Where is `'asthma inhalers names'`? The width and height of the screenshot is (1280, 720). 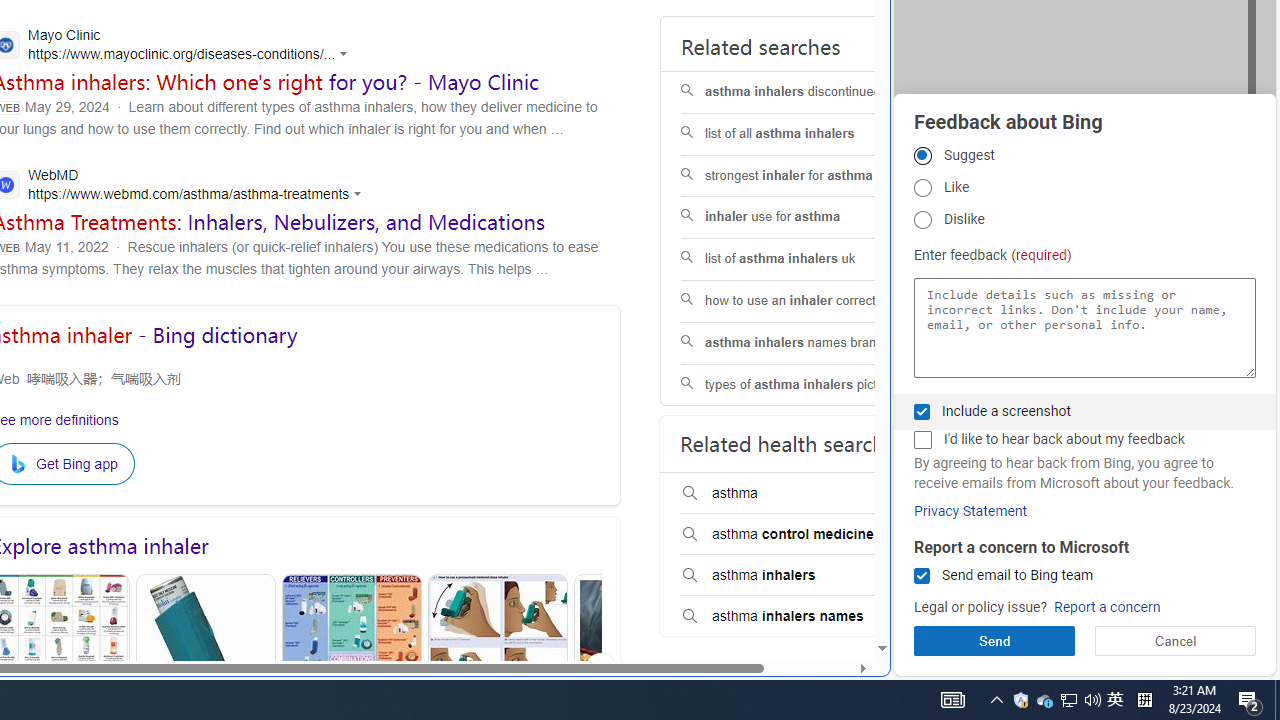
'asthma inhalers names' is located at coordinates (807, 615).